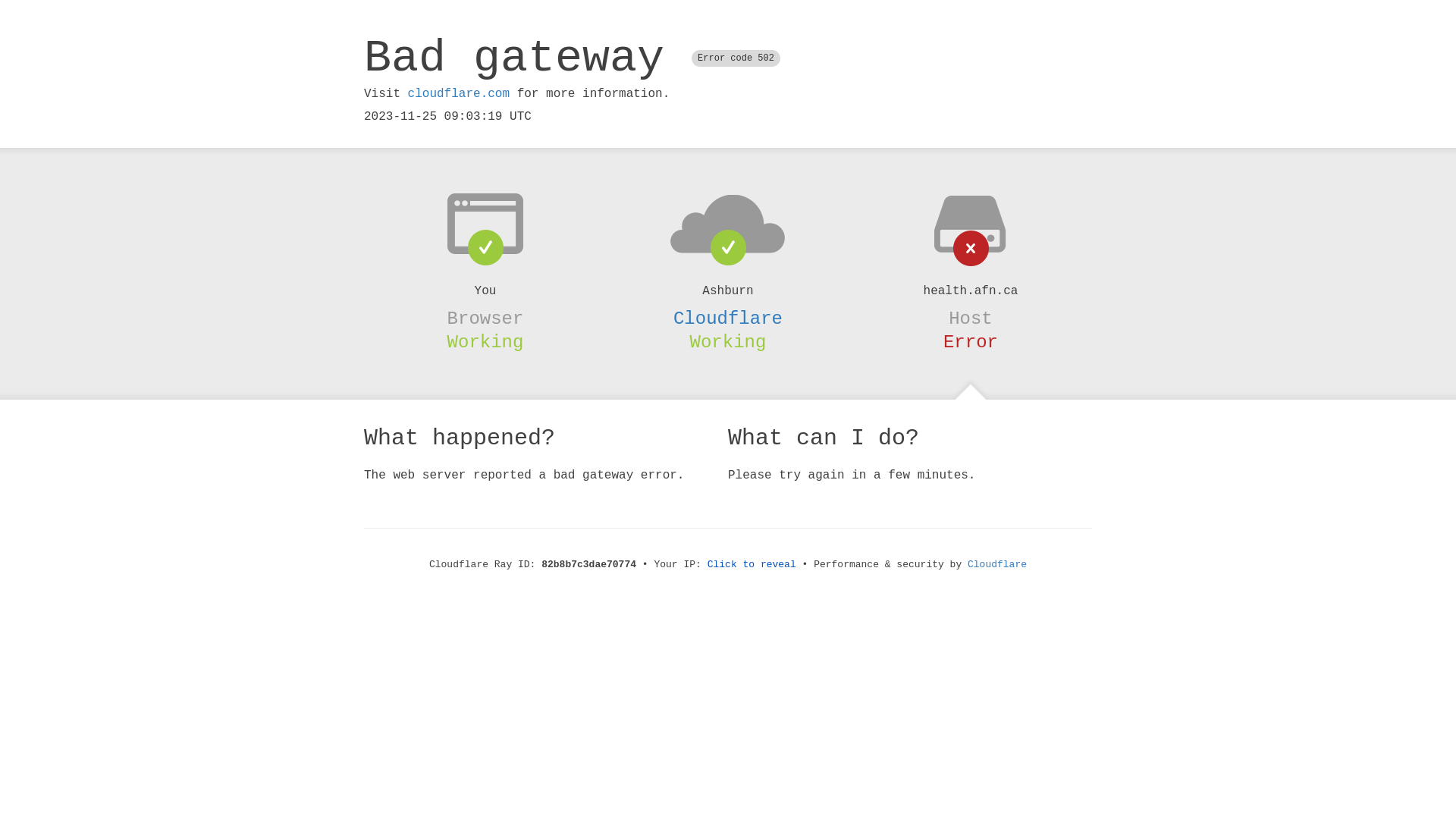  Describe the element at coordinates (457, 93) in the screenshot. I see `'cloudflare.com'` at that location.